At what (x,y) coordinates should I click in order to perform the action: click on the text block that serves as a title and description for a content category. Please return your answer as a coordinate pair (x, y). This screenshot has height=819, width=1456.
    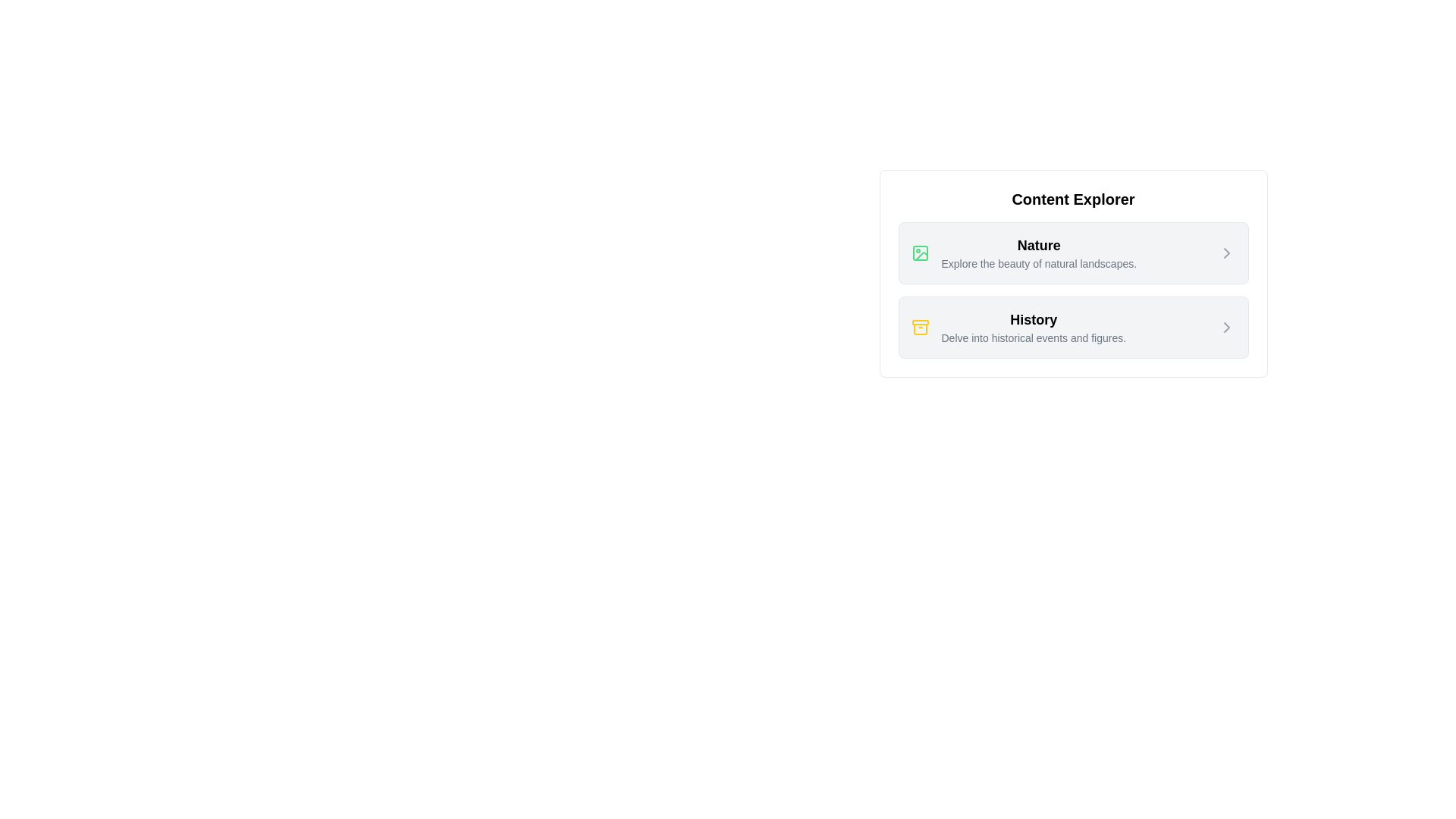
    Looking at the image, I should click on (1038, 253).